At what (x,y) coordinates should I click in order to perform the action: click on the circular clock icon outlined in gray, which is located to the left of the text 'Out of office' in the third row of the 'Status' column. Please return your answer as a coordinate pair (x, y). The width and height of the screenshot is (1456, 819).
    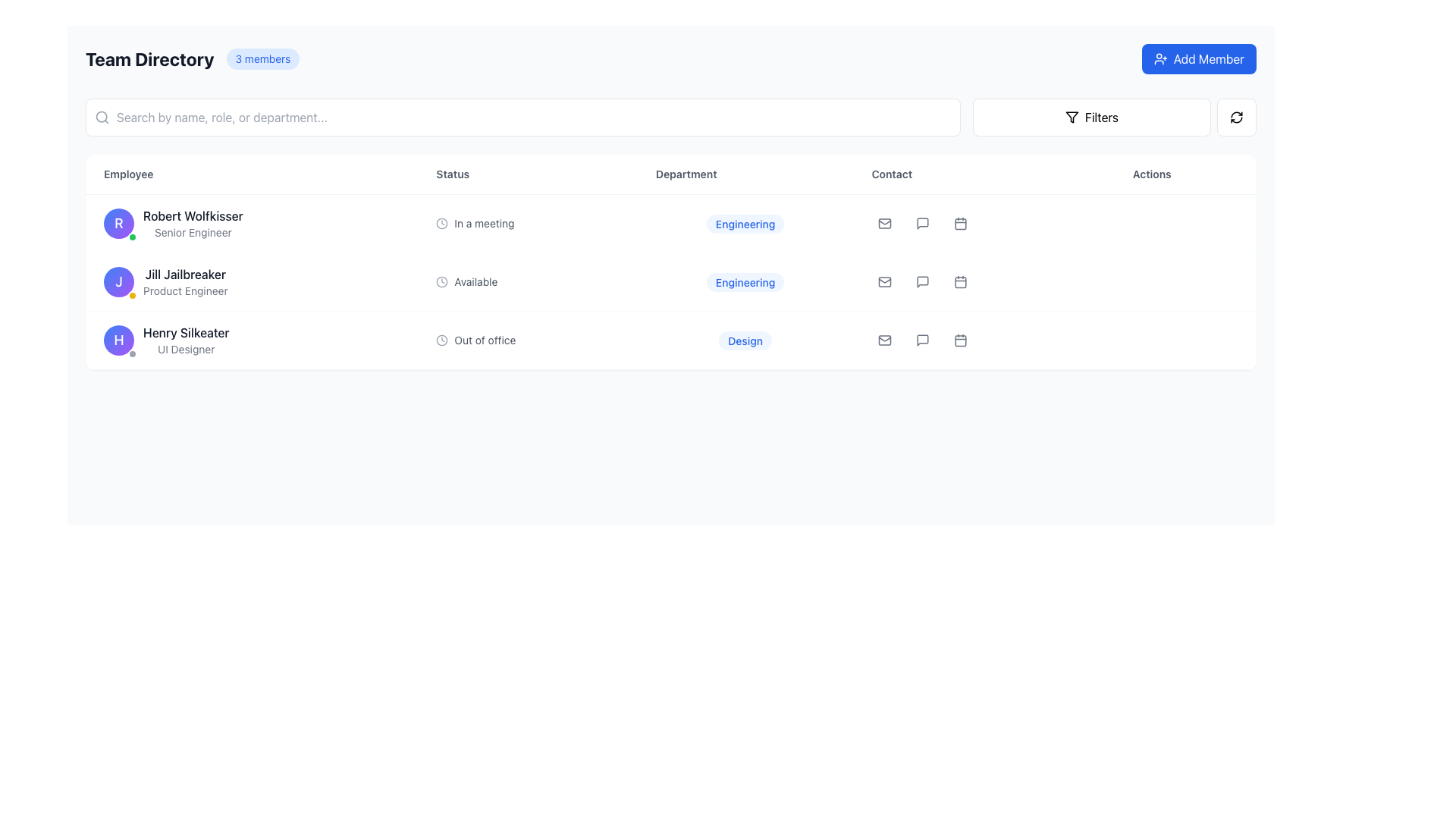
    Looking at the image, I should click on (441, 339).